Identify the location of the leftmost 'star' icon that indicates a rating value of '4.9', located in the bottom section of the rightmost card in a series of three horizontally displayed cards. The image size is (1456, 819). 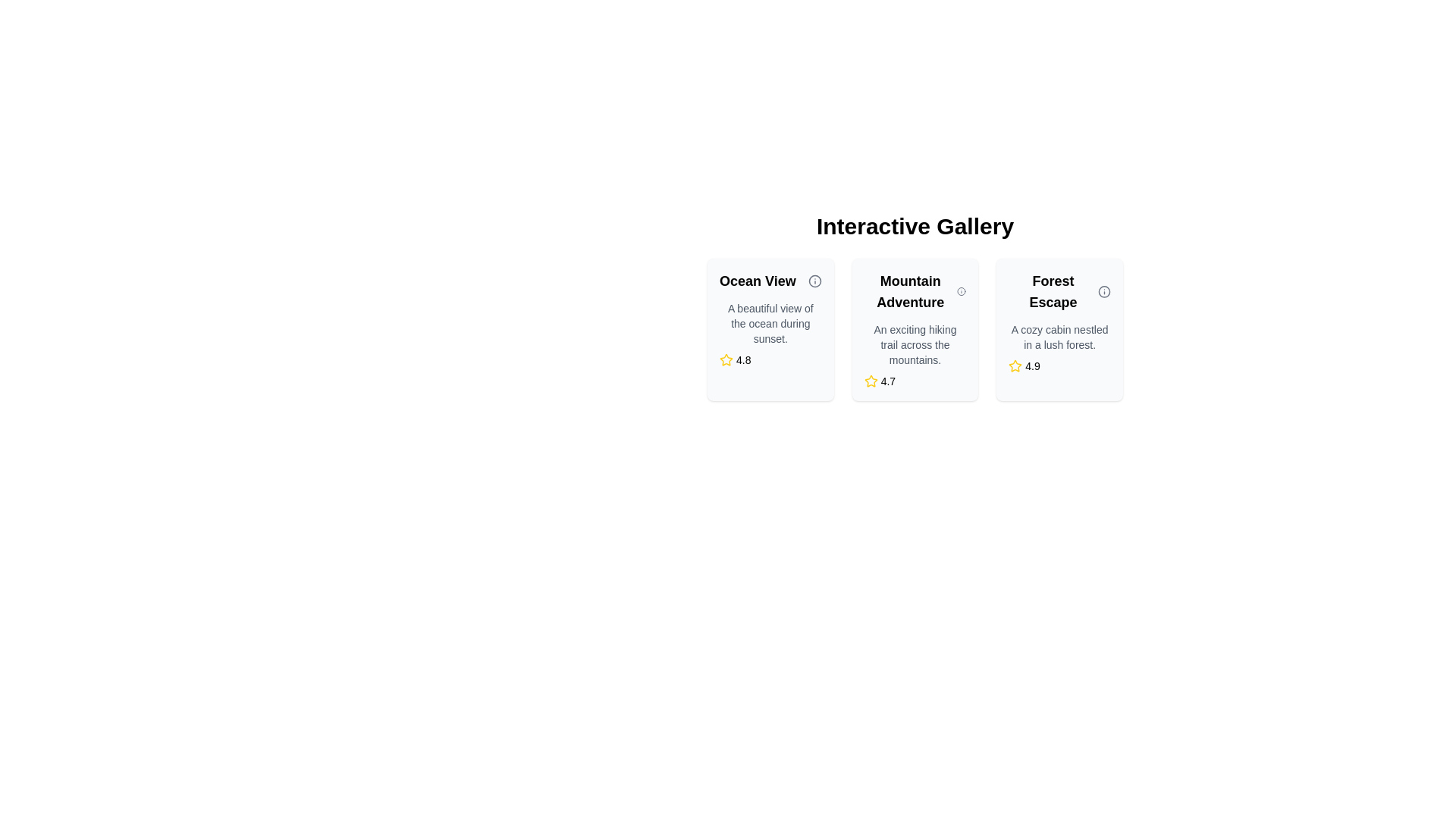
(1015, 366).